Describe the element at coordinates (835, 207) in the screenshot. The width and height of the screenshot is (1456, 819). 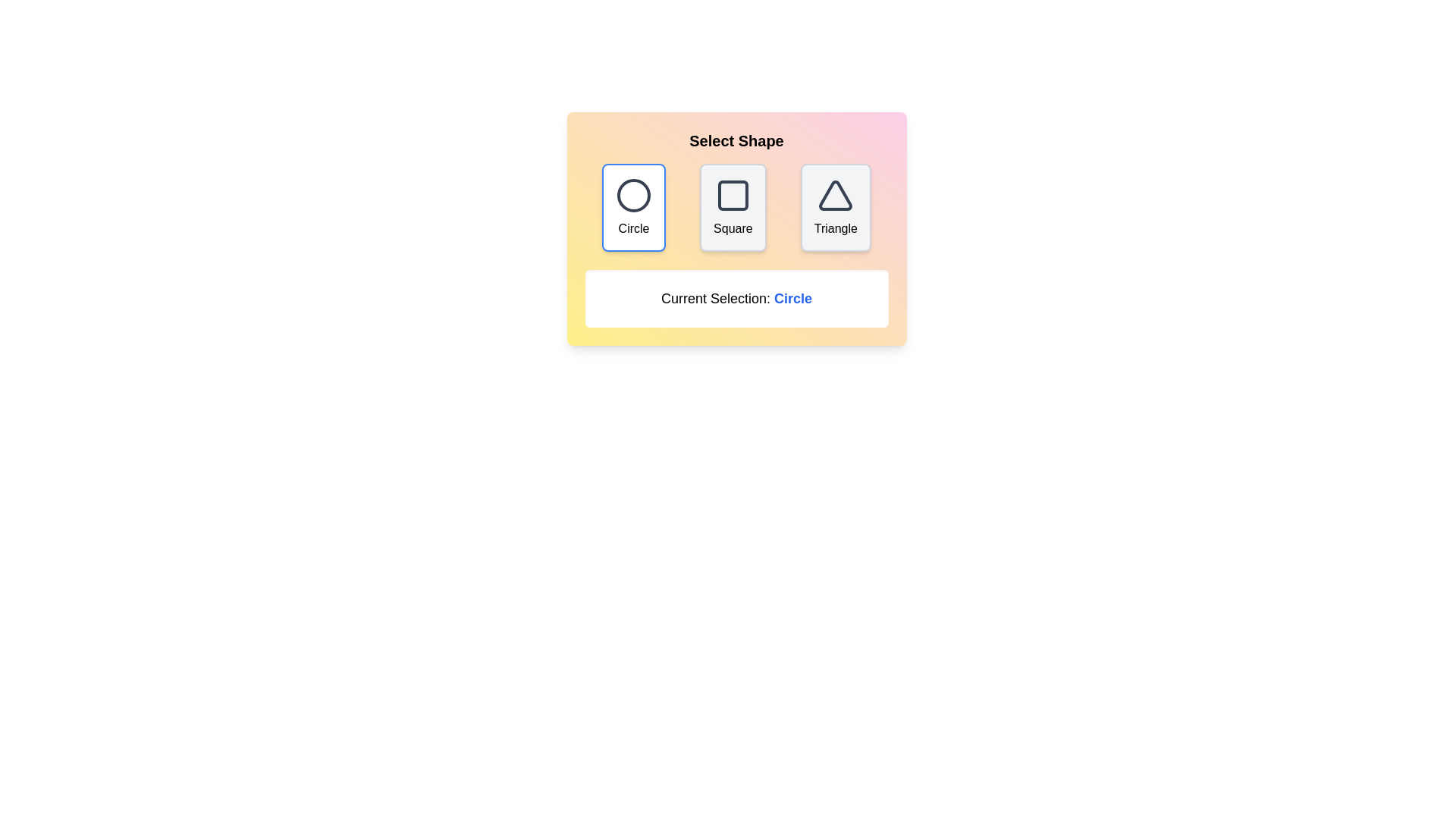
I see `the Triangle button to select the corresponding shape` at that location.